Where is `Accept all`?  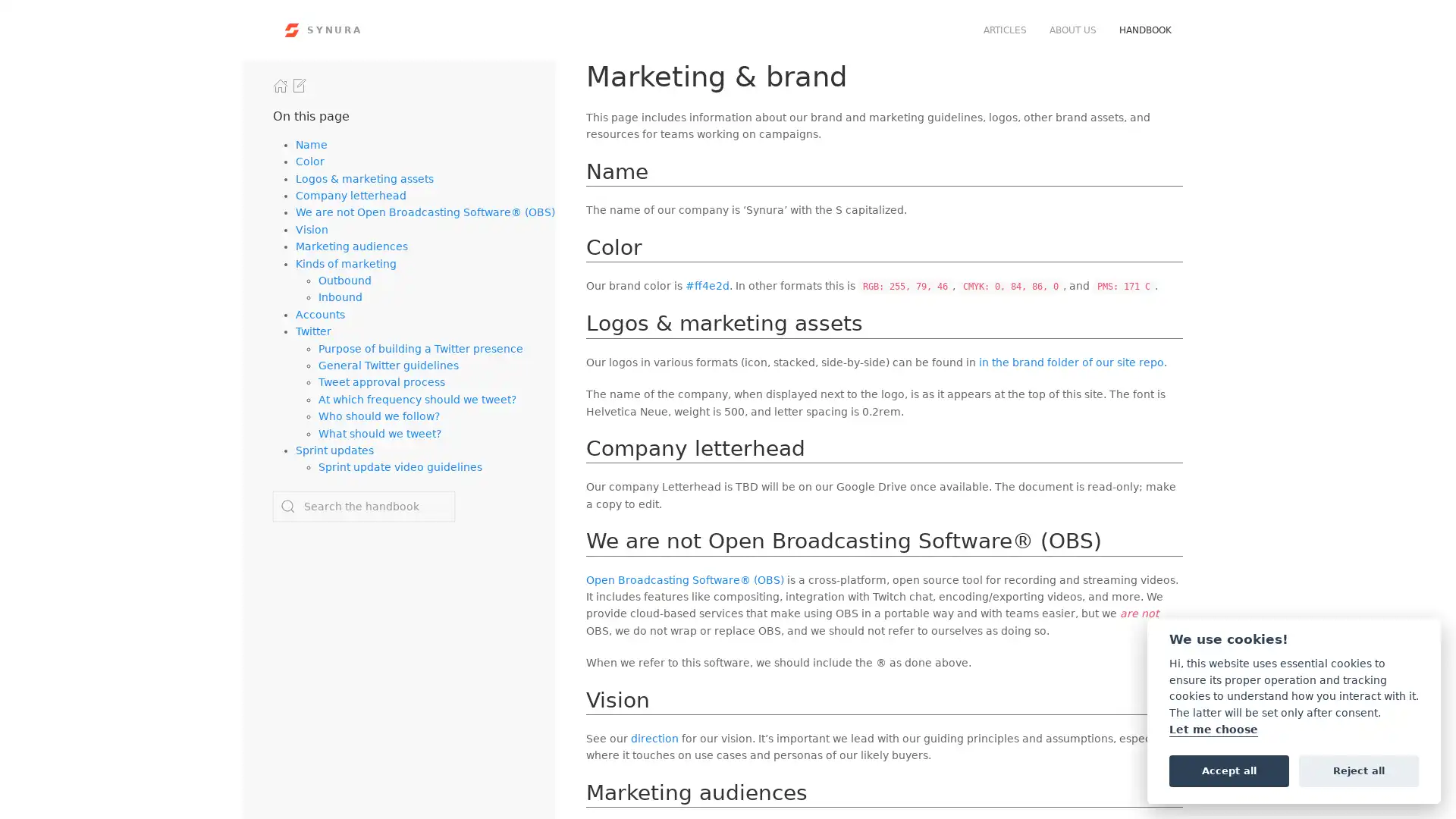 Accept all is located at coordinates (1228, 770).